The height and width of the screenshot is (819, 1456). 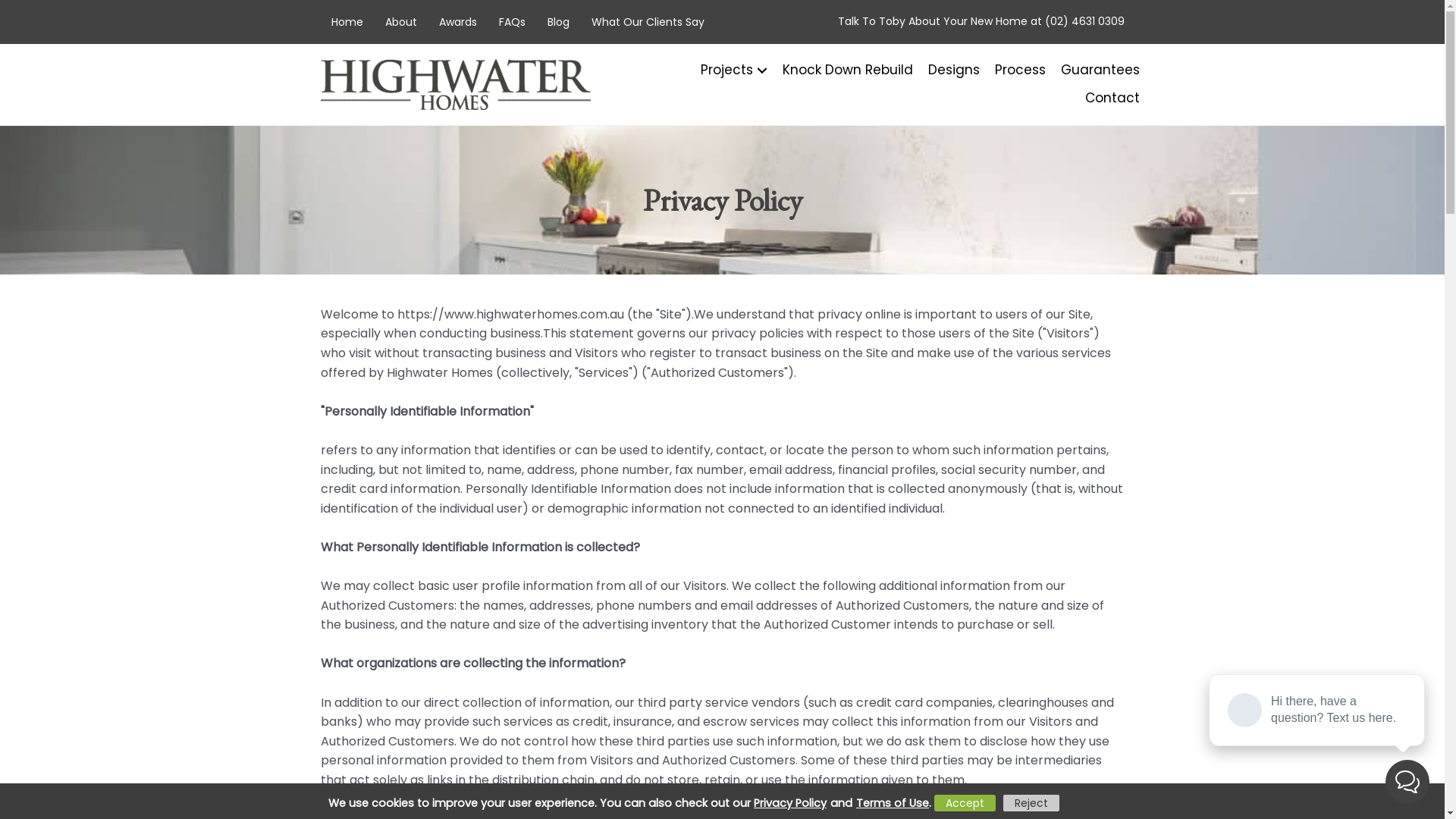 What do you see at coordinates (852, 802) in the screenshot?
I see `'Terms of Use'` at bounding box center [852, 802].